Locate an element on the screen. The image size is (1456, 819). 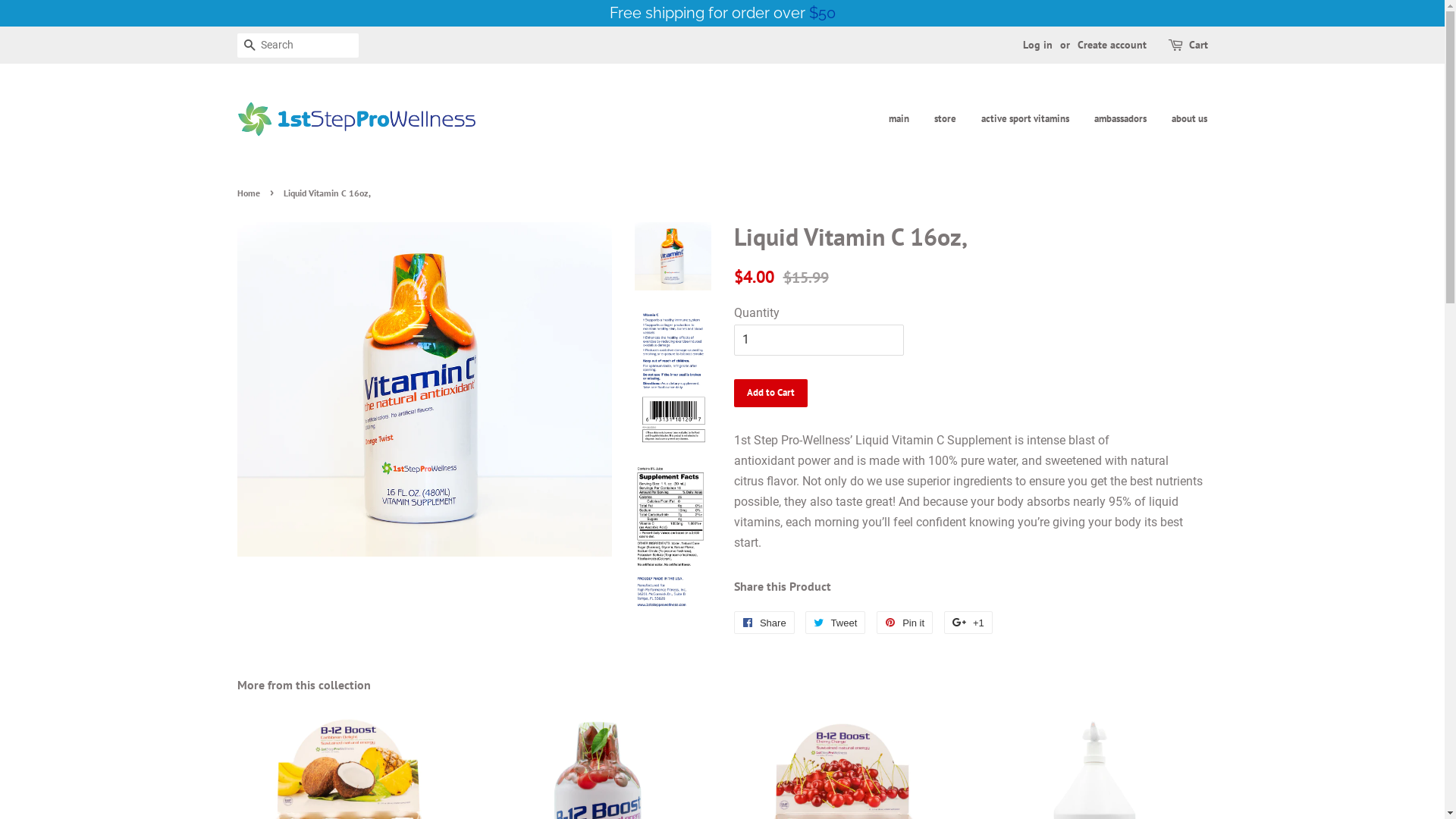
'store' is located at coordinates (944, 118).